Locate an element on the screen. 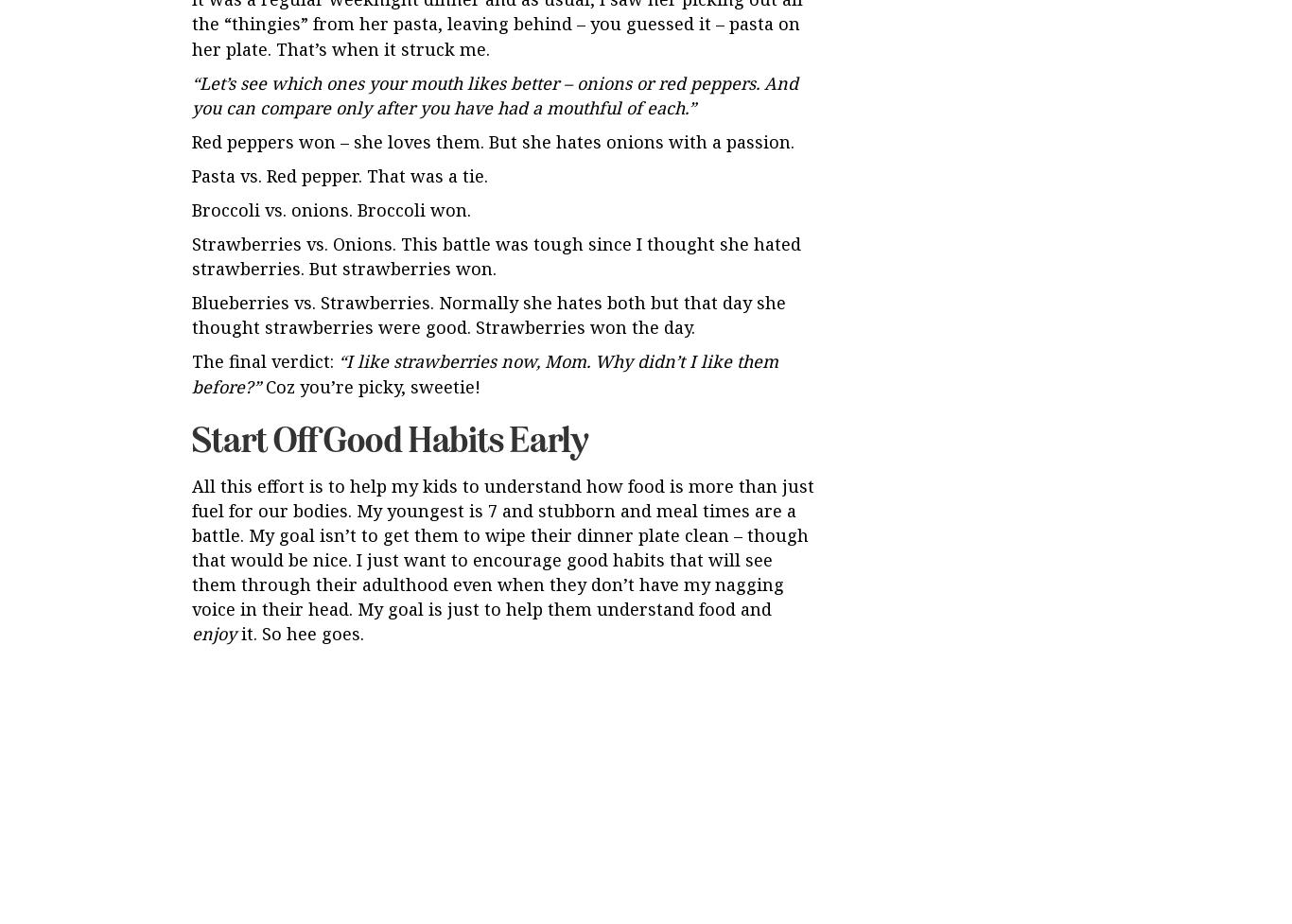 The image size is (1292, 924). 'Red peppers won – she loves them. But she hates onions with a passion.' is located at coordinates (493, 140).